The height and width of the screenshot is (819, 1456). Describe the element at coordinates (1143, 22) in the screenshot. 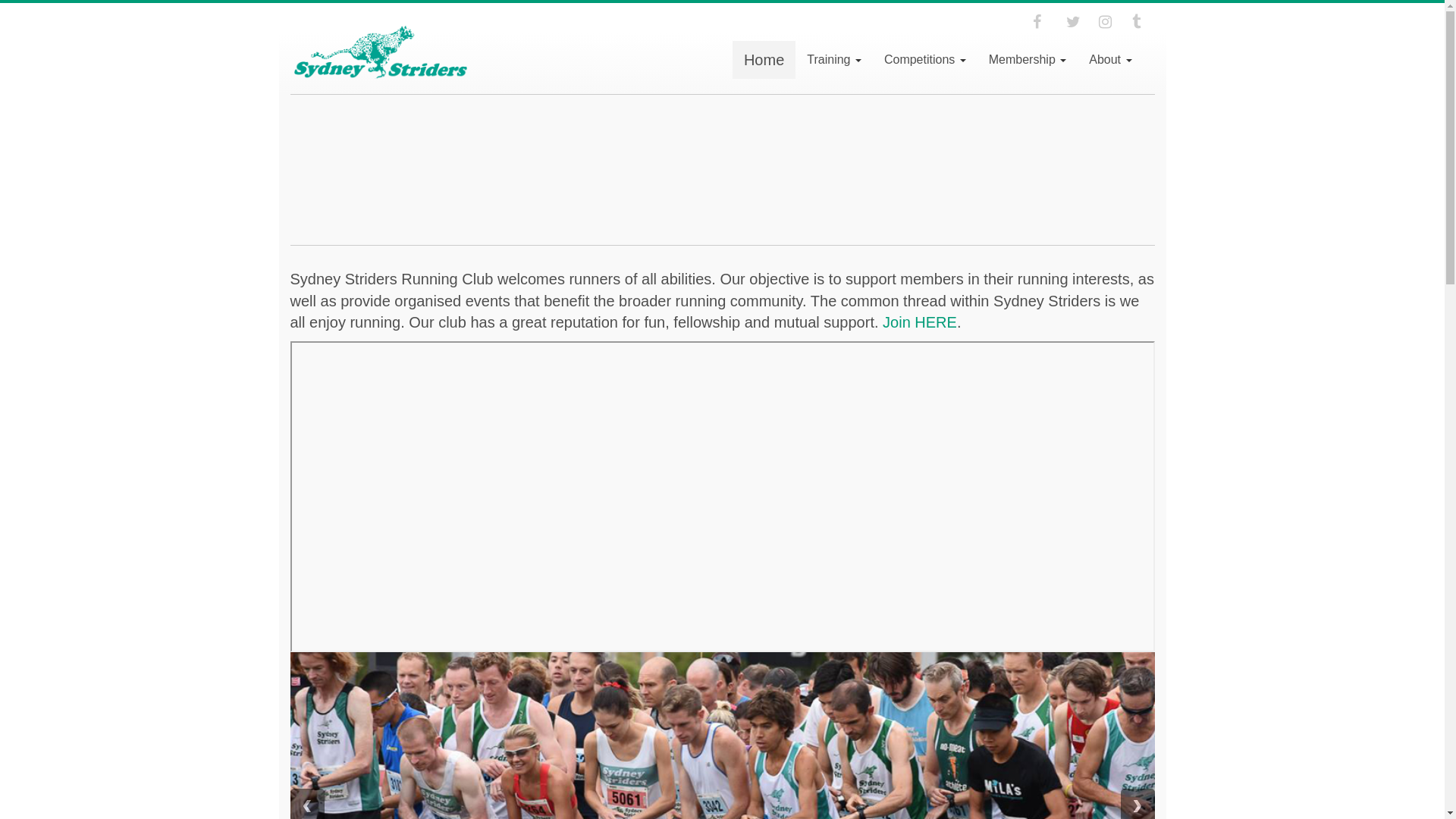

I see `'Sydney Striders Tumblr'` at that location.